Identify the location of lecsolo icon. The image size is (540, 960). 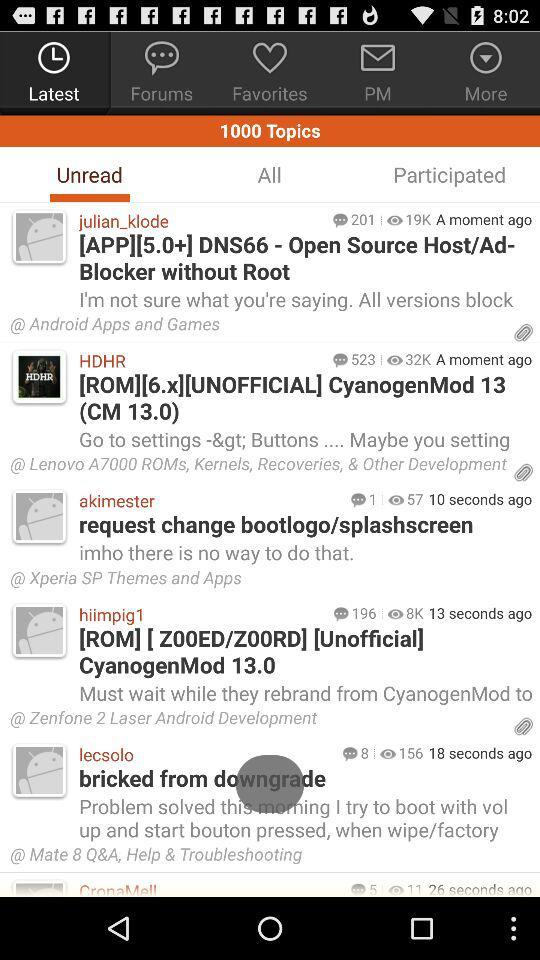
(205, 753).